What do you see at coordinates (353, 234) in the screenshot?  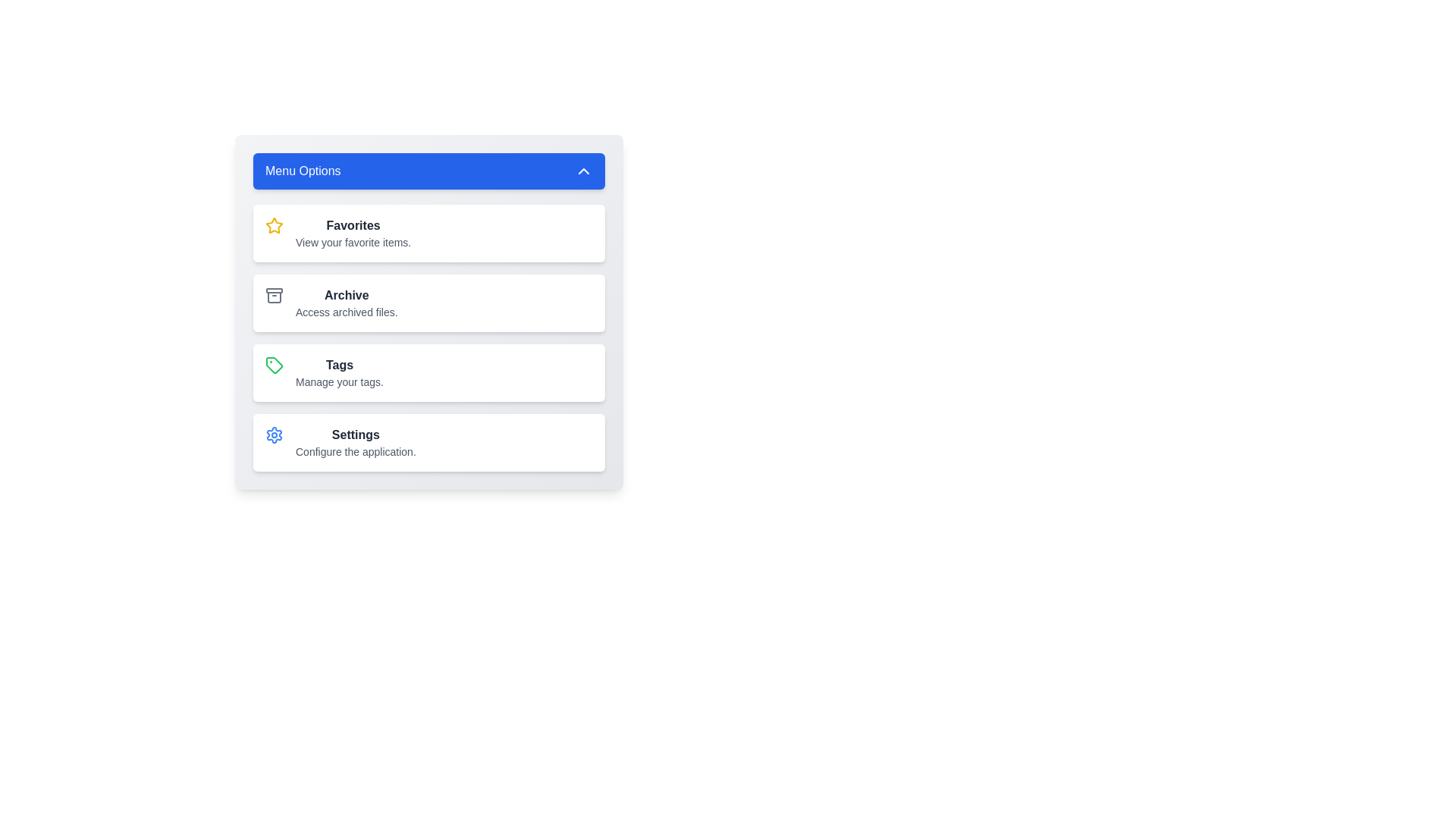 I see `the 'Favorites' text label, which is bold and dark gray, located below the 'Menu Options' header and above the 'Archive' menu item` at bounding box center [353, 234].